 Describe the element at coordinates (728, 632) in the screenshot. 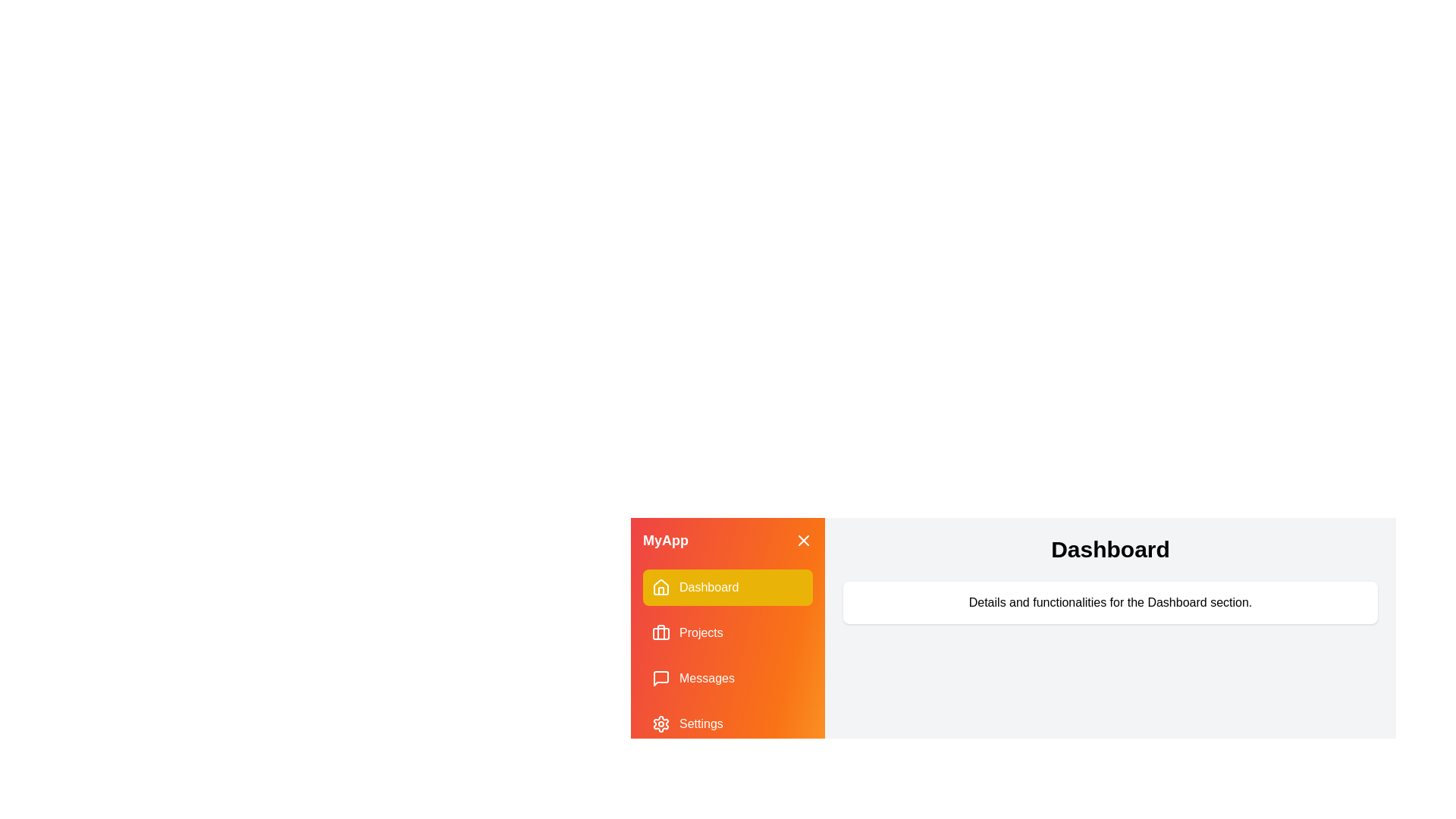

I see `the menu item Projects` at that location.